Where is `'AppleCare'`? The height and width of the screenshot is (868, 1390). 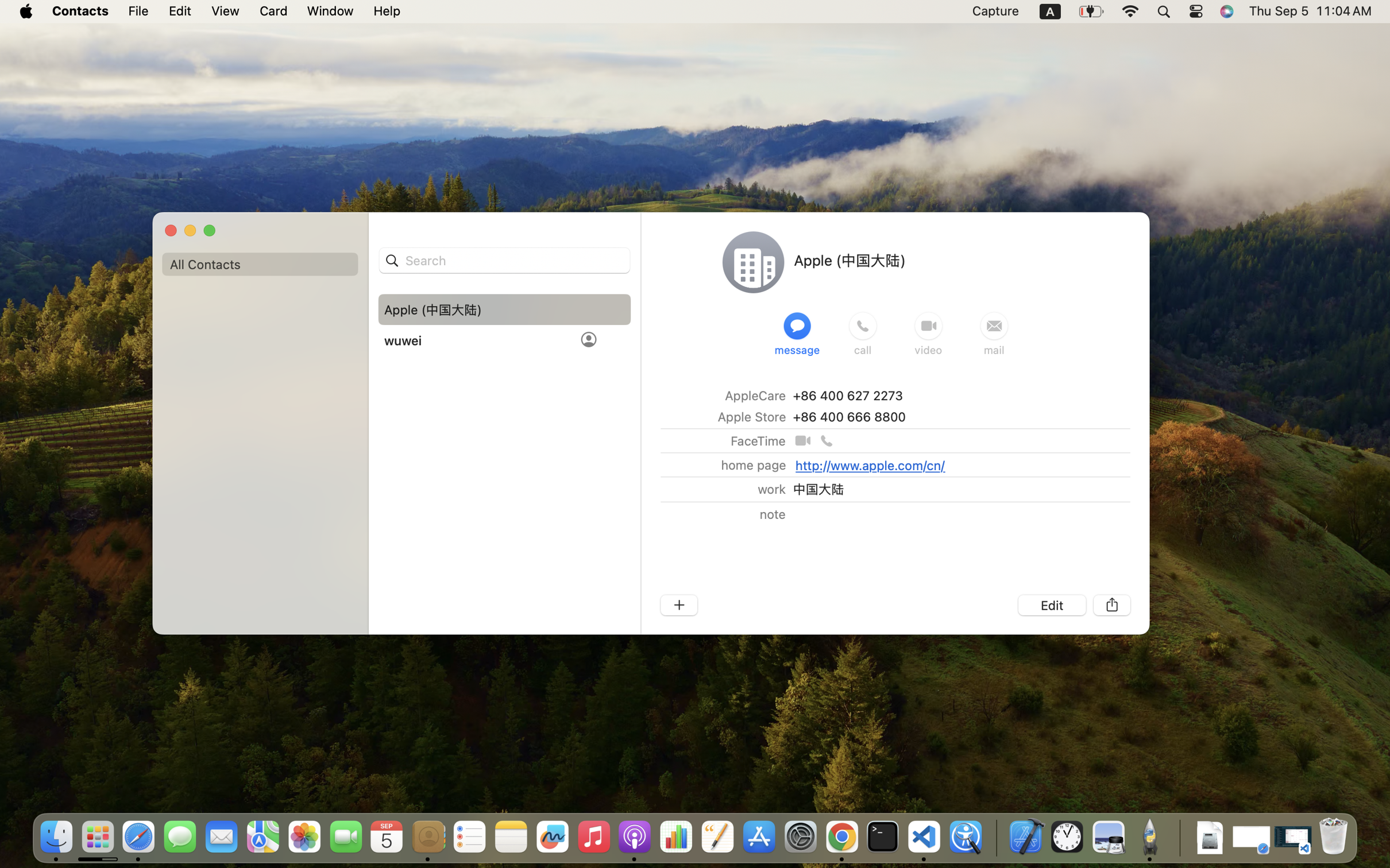 'AppleCare' is located at coordinates (754, 394).